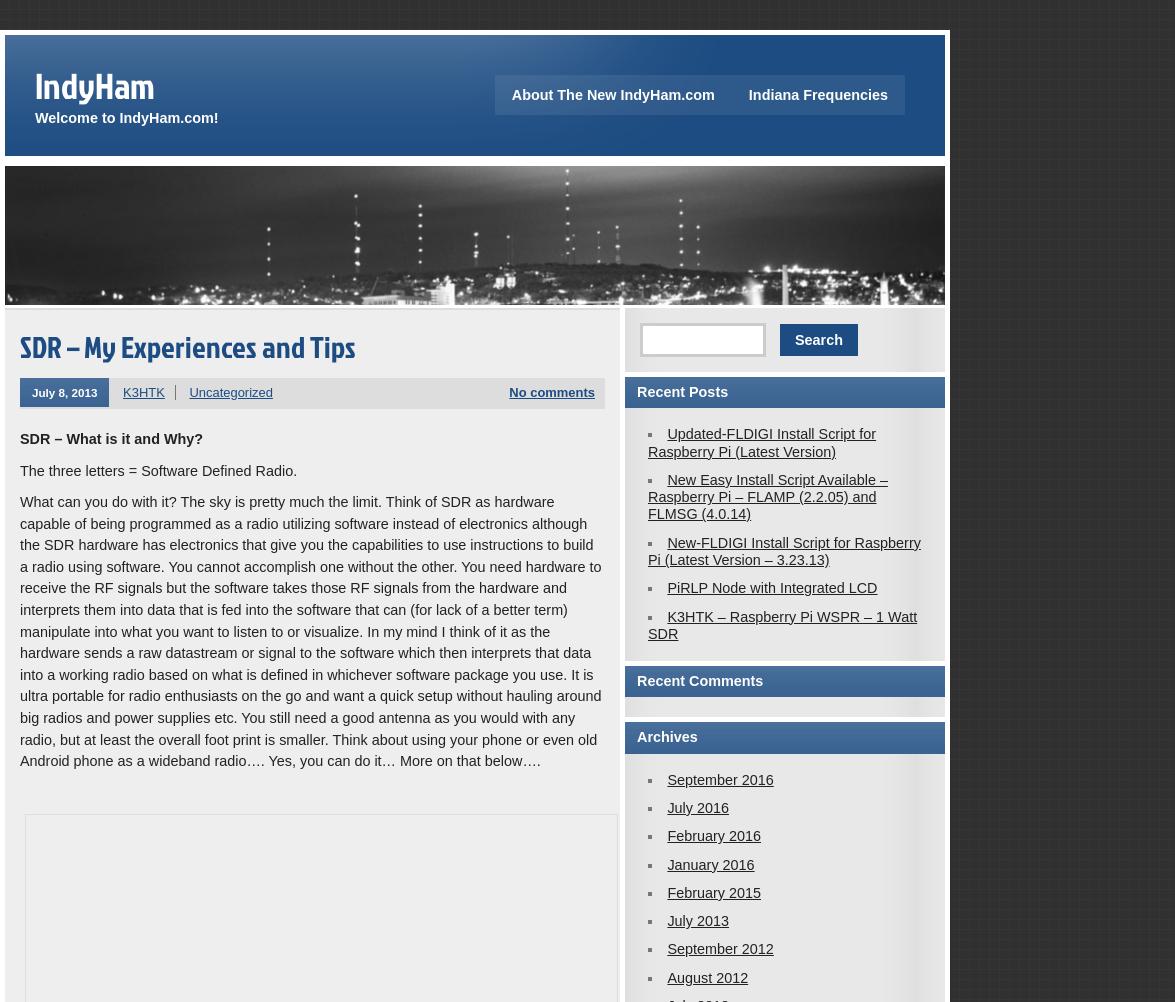 Image resolution: width=1175 pixels, height=1002 pixels. Describe the element at coordinates (158, 469) in the screenshot. I see `'The three letters = Software Defined Radio.'` at that location.